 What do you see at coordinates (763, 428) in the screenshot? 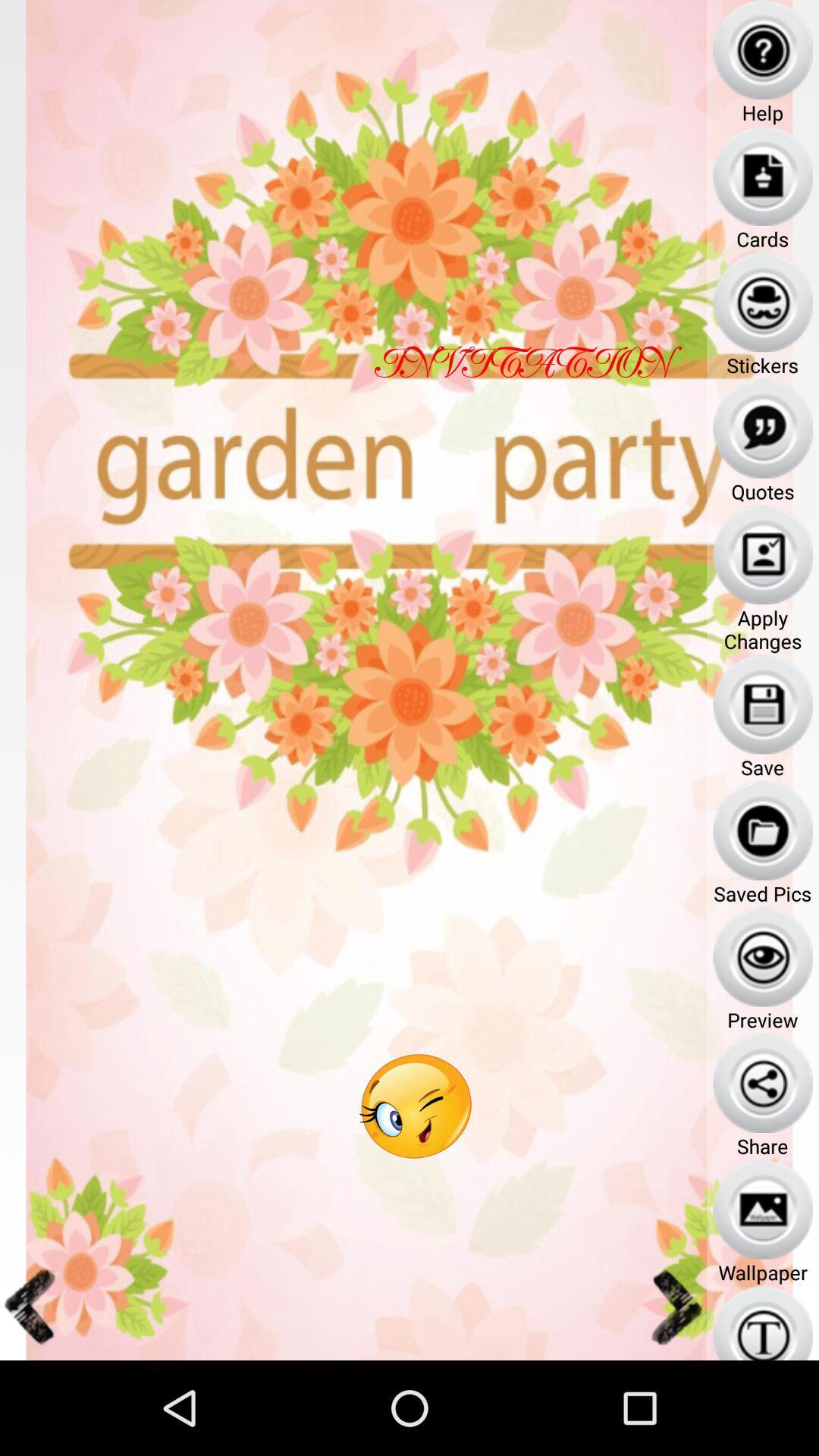
I see `app below the stickers icon` at bounding box center [763, 428].